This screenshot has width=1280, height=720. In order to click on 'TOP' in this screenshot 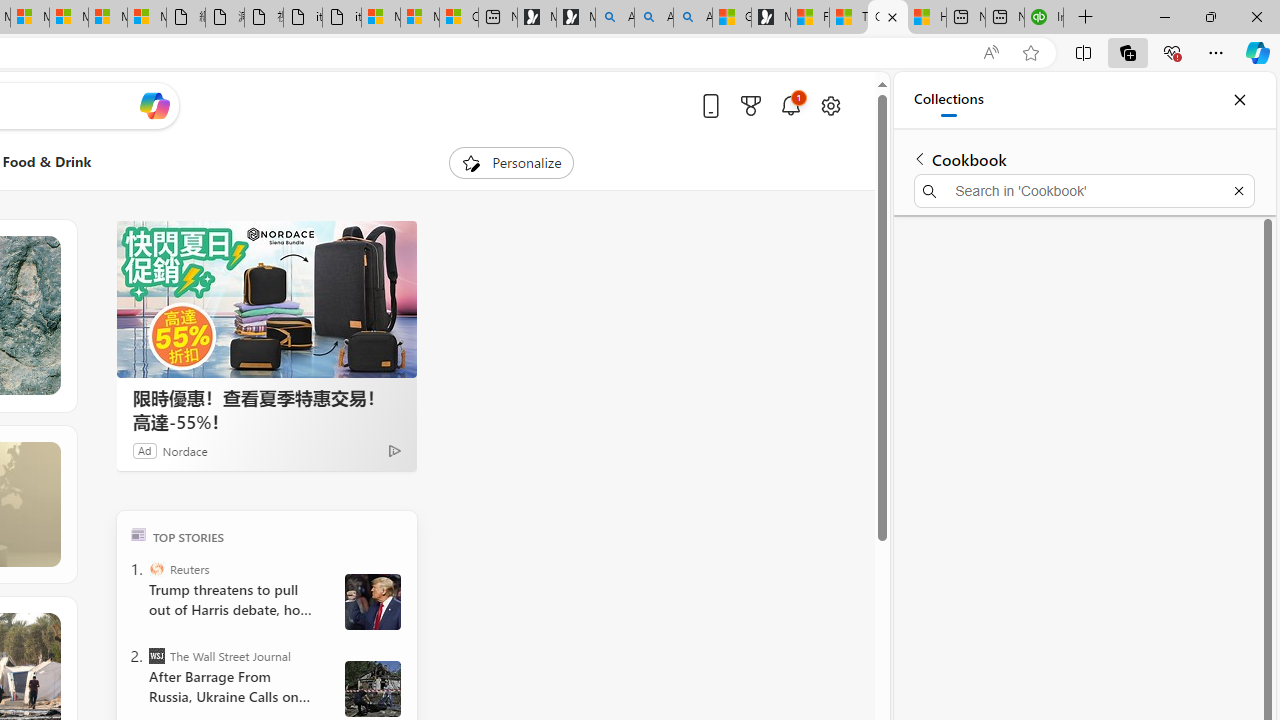, I will do `click(137, 533)`.